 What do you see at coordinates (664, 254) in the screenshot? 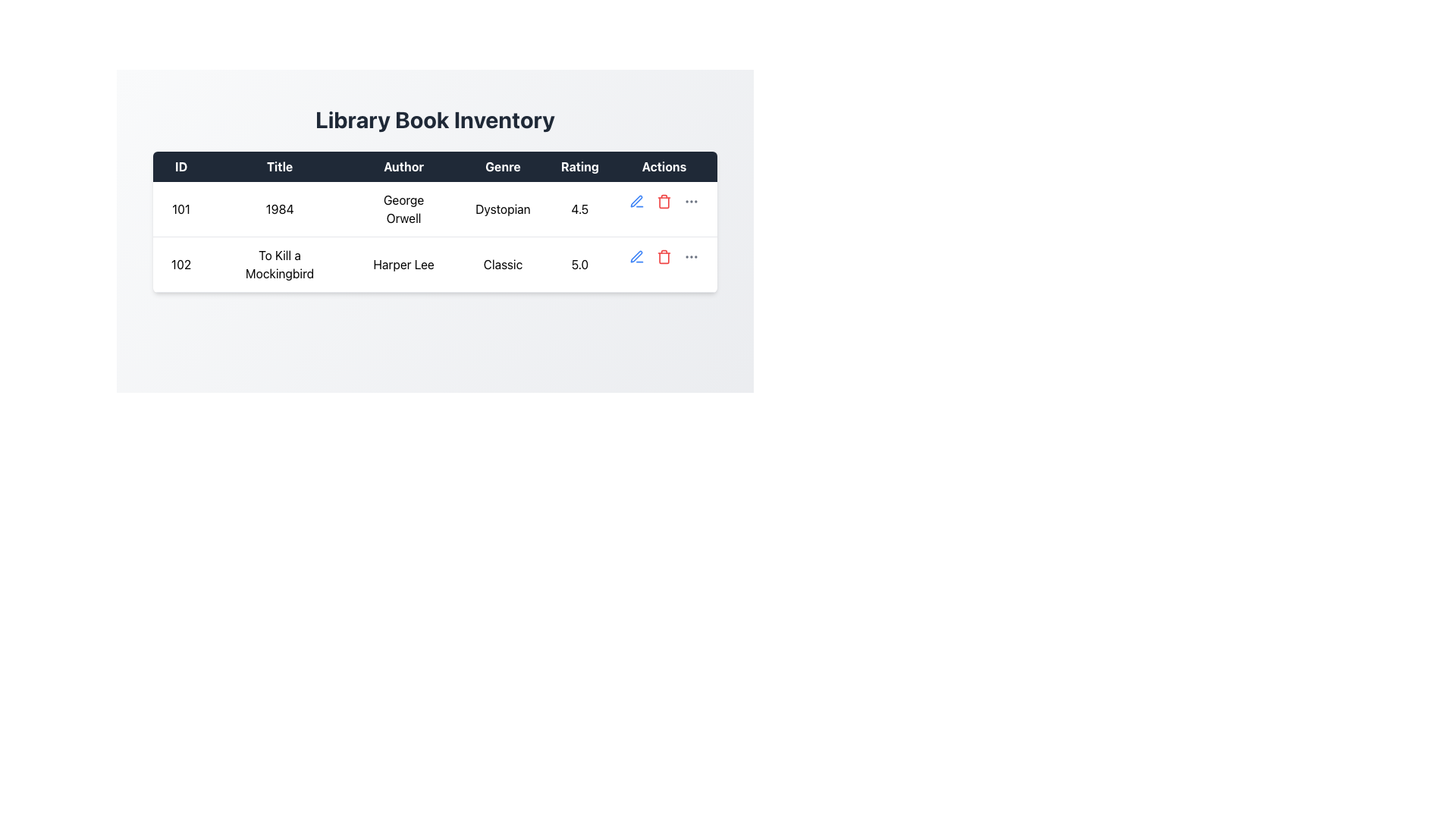
I see `the delete icon in the 'Actions' cell of the row for 'To Kill a Mockingbird'` at bounding box center [664, 254].